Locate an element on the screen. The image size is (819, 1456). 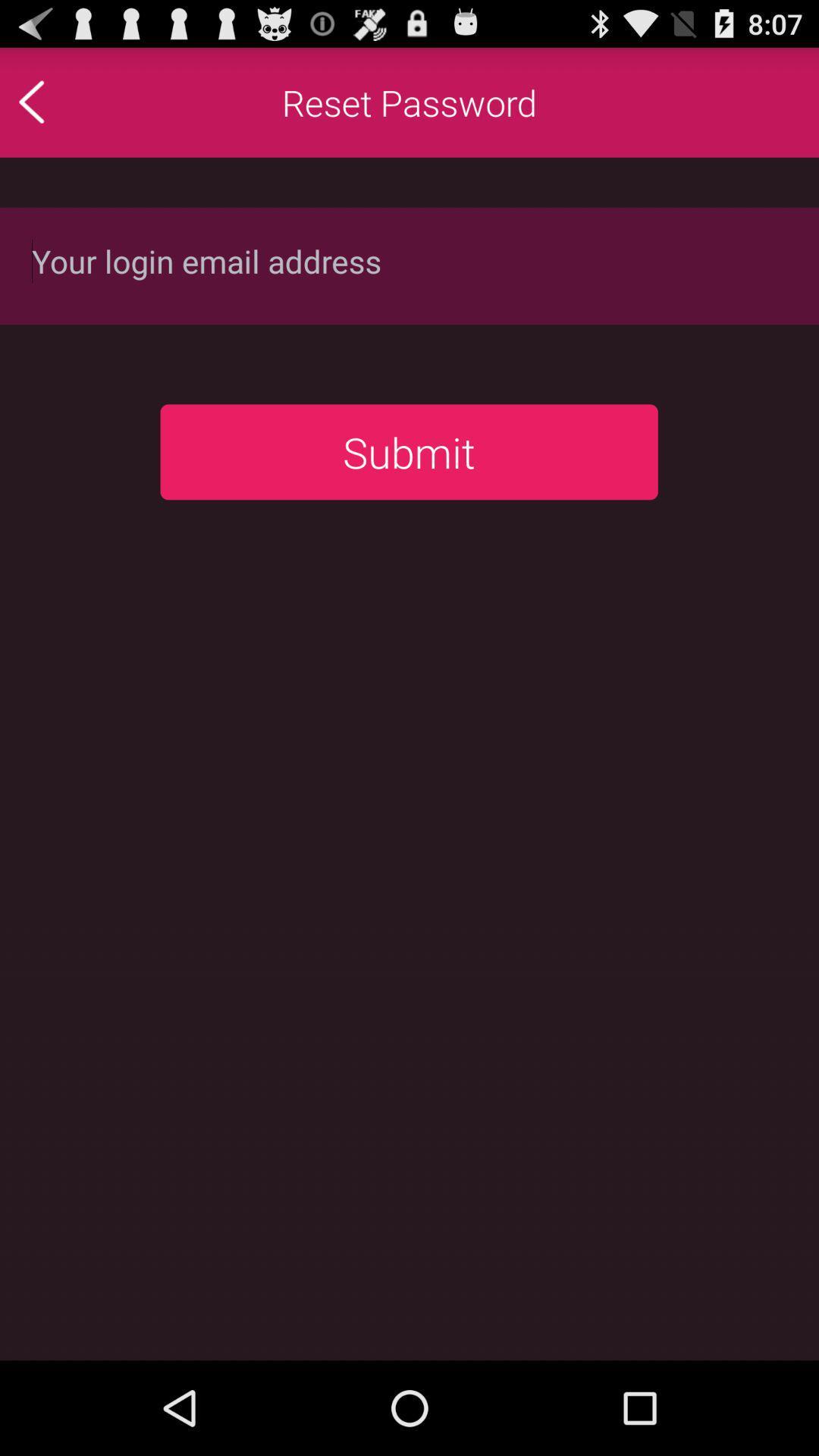
email address is located at coordinates (409, 265).